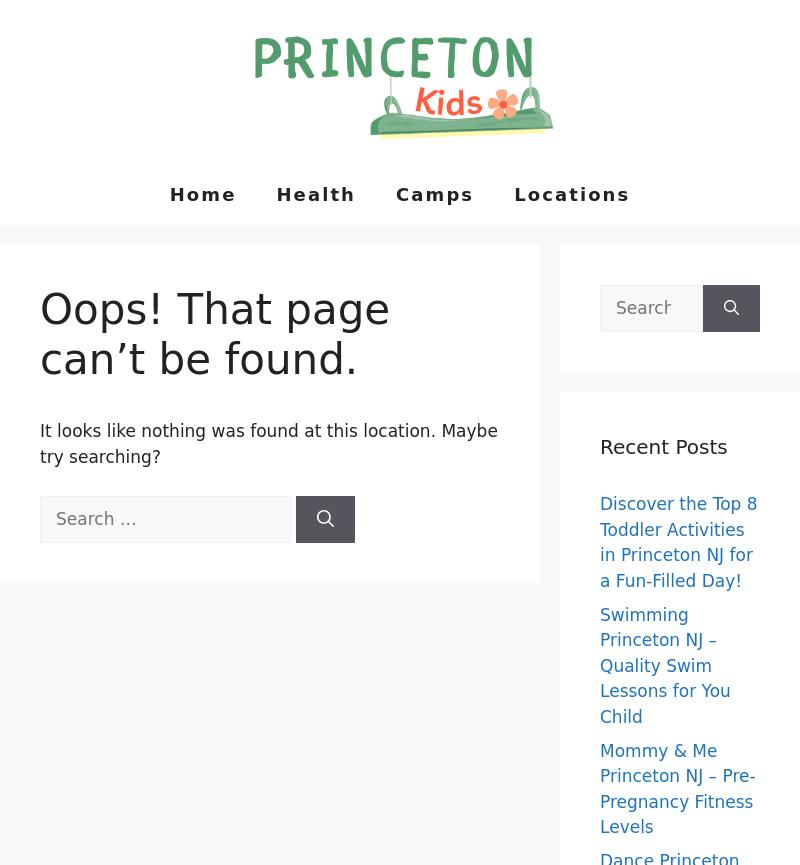 The height and width of the screenshot is (865, 800). I want to click on 'Health', so click(315, 192).